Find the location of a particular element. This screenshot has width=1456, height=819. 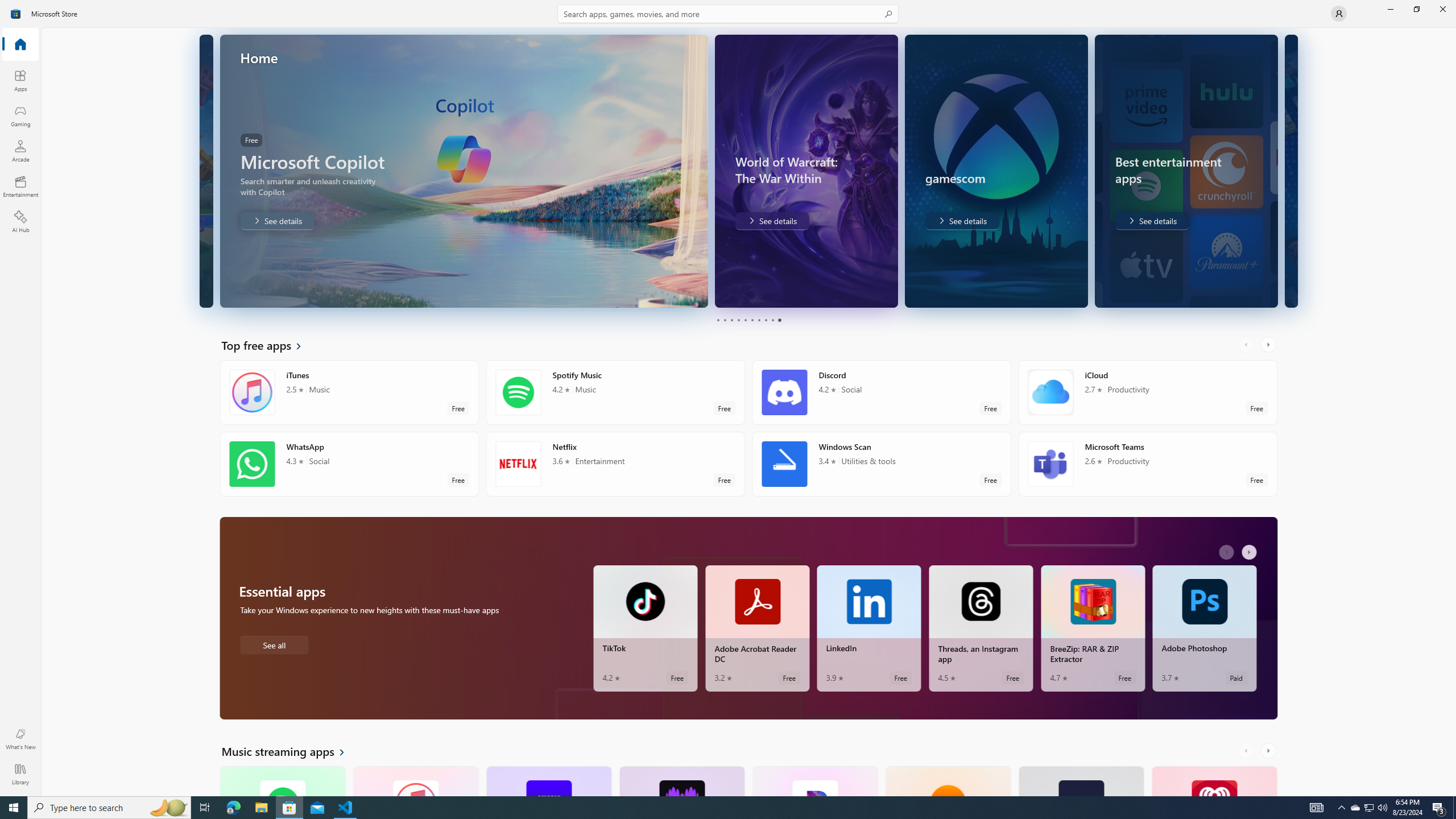

'LinkedIn. Average rating of 3.9 out of five stars. Free  ' is located at coordinates (869, 628).